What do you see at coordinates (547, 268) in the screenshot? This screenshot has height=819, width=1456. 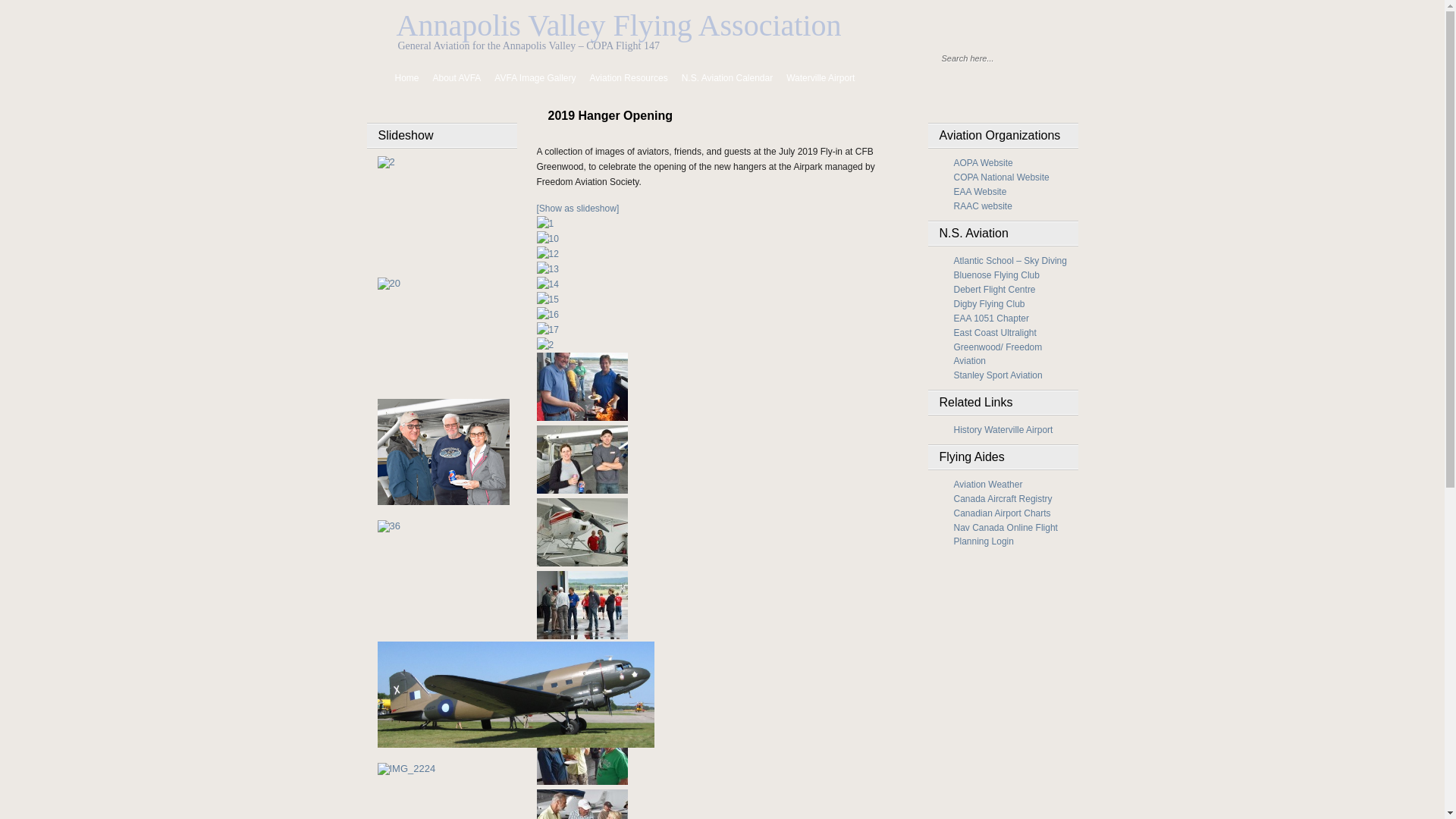 I see `'13'` at bounding box center [547, 268].